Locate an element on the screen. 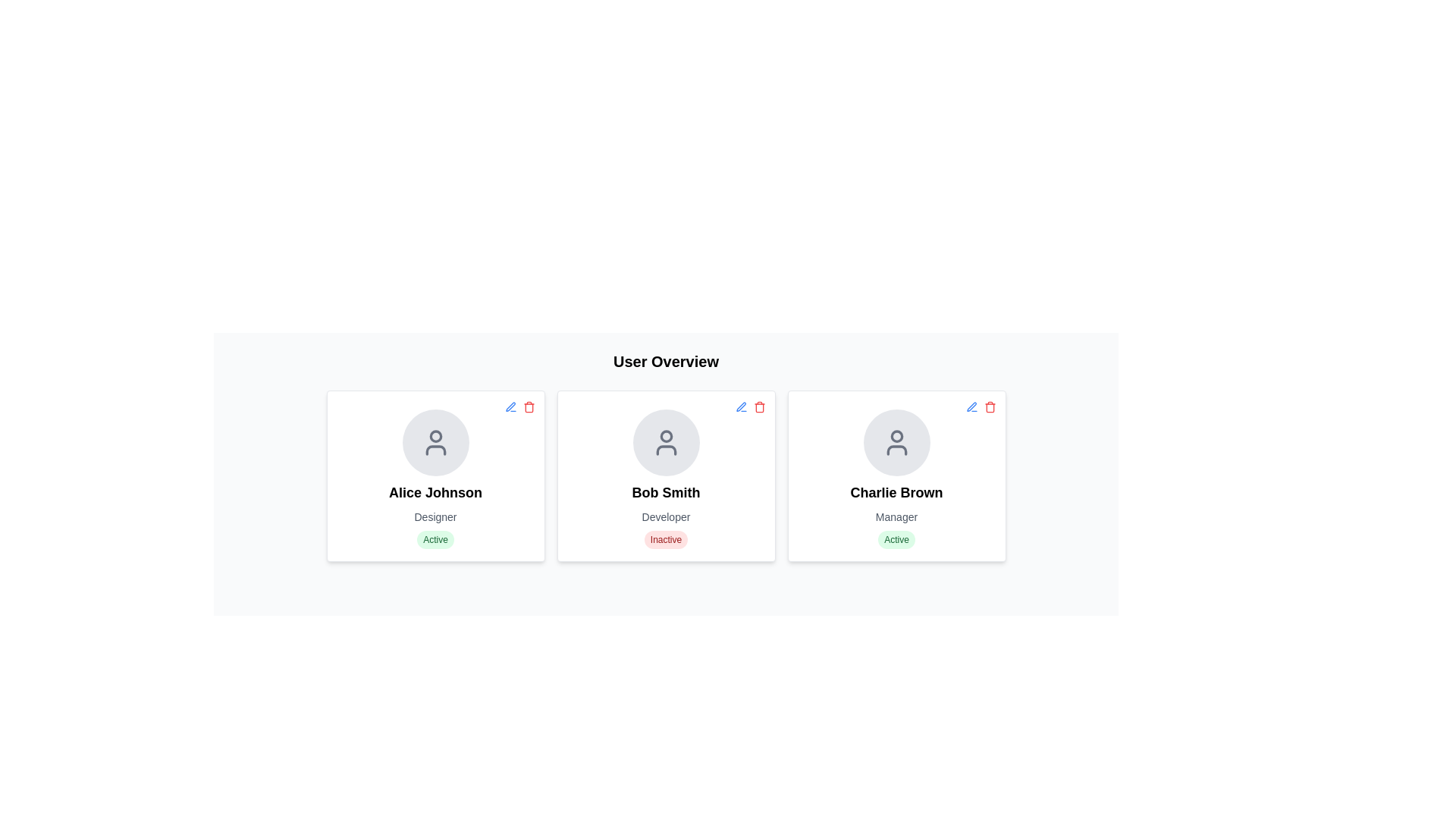  the edit button for Bob Smith's profile located in the top-right corner of the second card is located at coordinates (741, 406).